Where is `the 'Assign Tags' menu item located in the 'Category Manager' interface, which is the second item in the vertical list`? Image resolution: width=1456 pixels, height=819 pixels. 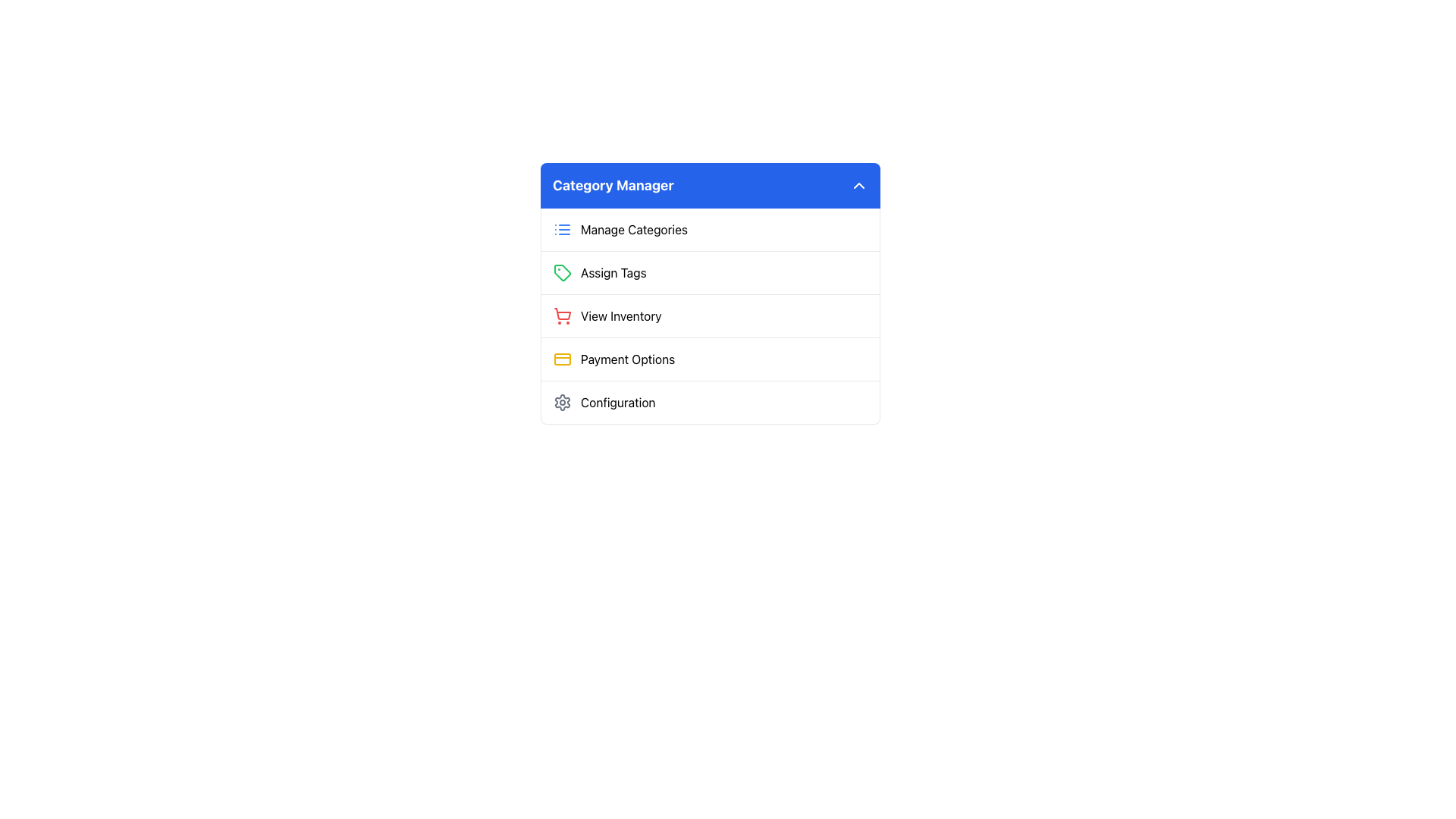
the 'Assign Tags' menu item located in the 'Category Manager' interface, which is the second item in the vertical list is located at coordinates (709, 271).